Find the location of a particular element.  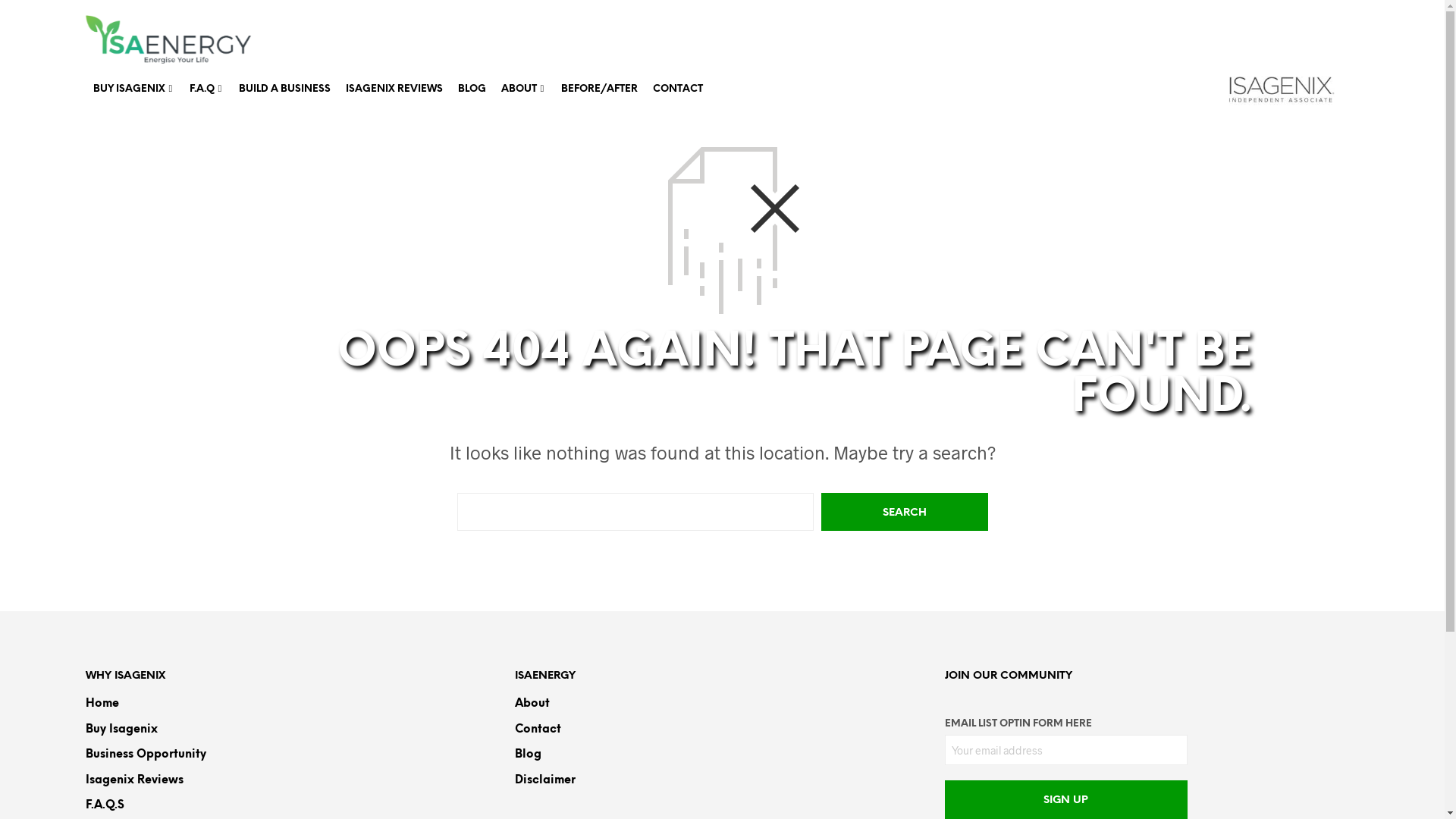

'F.A.Q' is located at coordinates (182, 89).